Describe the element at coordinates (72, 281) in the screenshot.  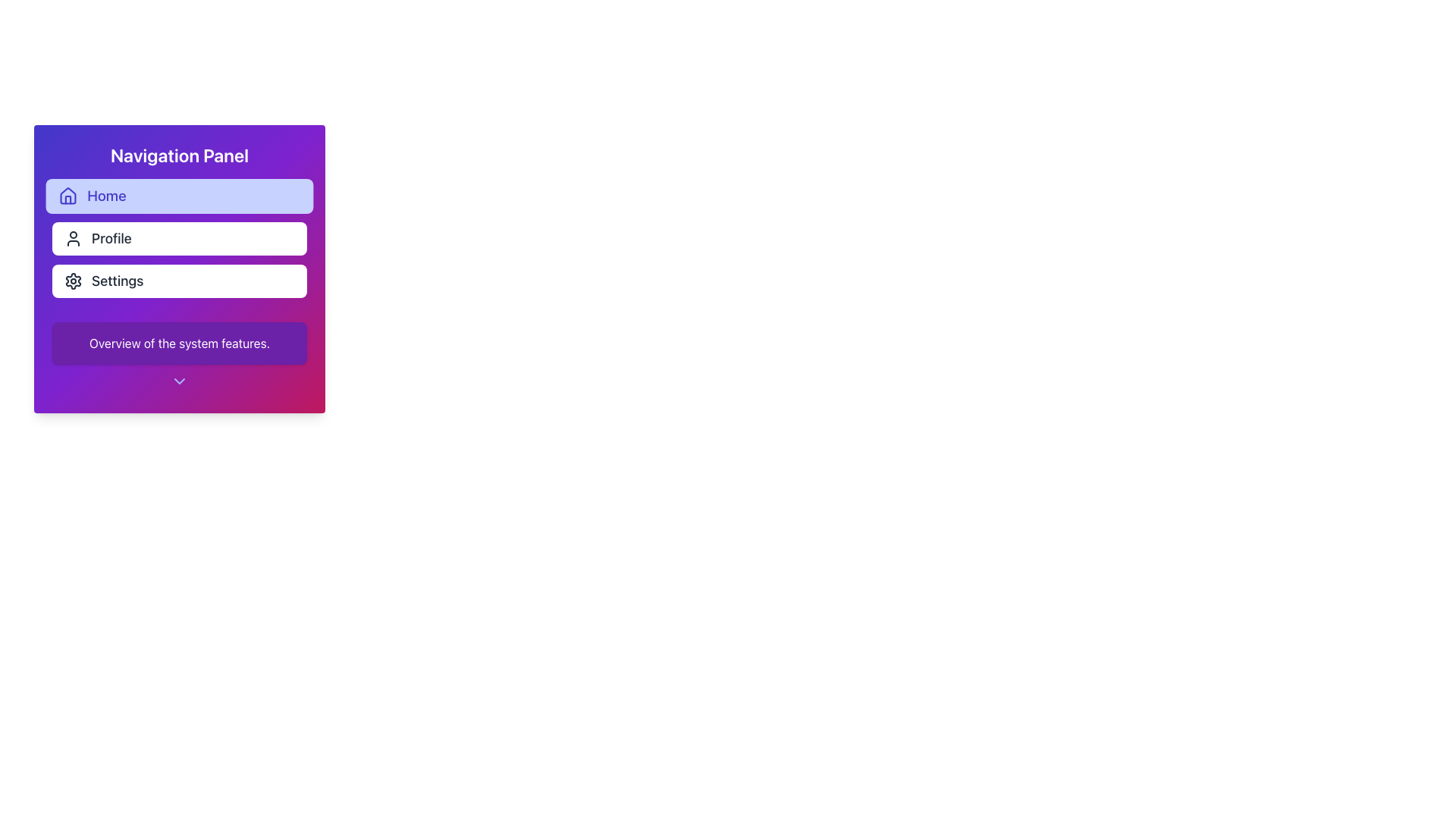
I see `the cogwheel-shaped icon representing settings, which is located to the left of the 'Settings' text label` at that location.